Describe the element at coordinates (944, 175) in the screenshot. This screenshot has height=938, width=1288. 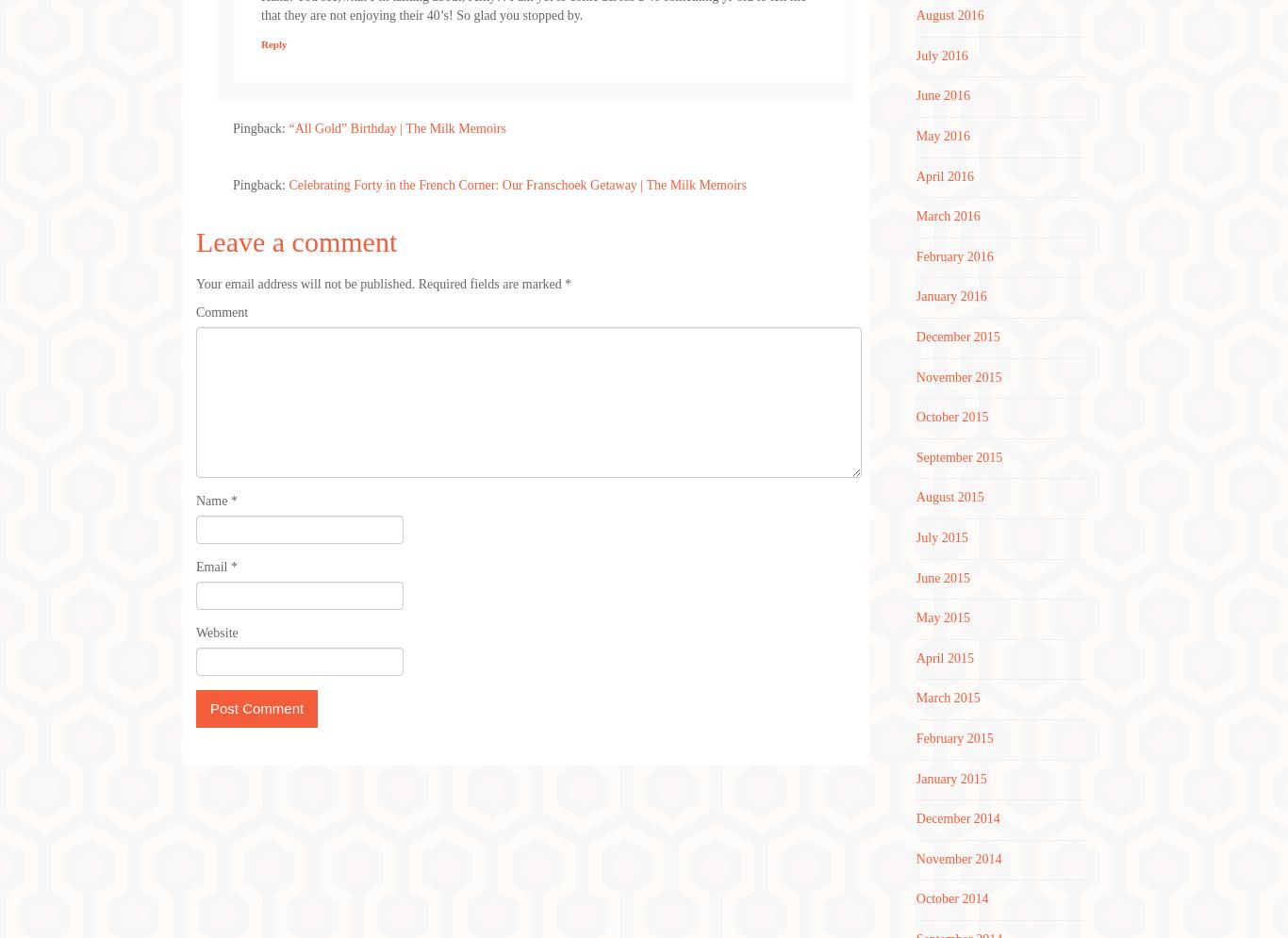
I see `'April 2016'` at that location.